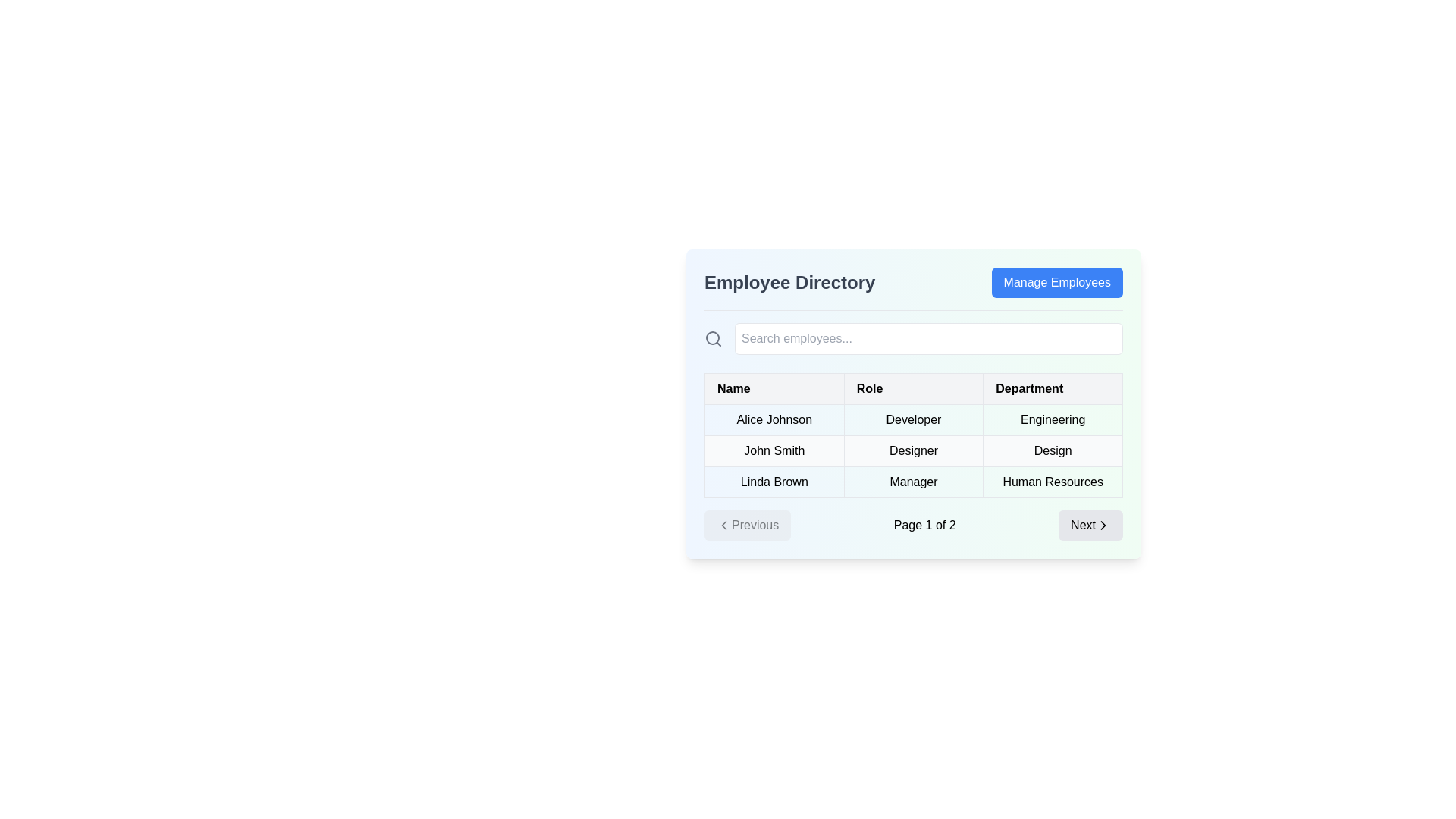 The height and width of the screenshot is (819, 1456). I want to click on the leftmost button in the pagination controls, so click(748, 525).